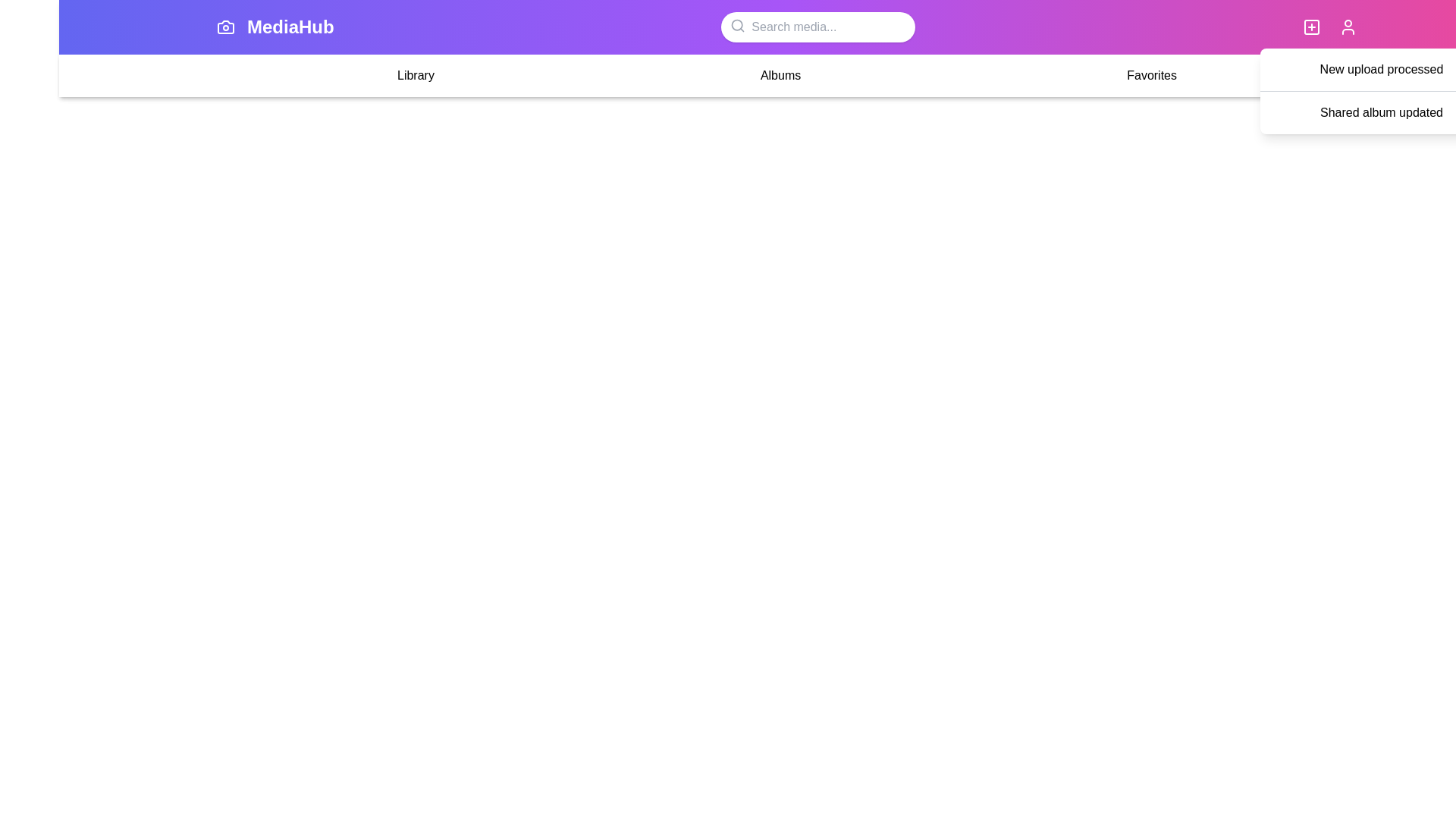 The width and height of the screenshot is (1456, 819). I want to click on the search icon to focus on the search bar, so click(738, 26).